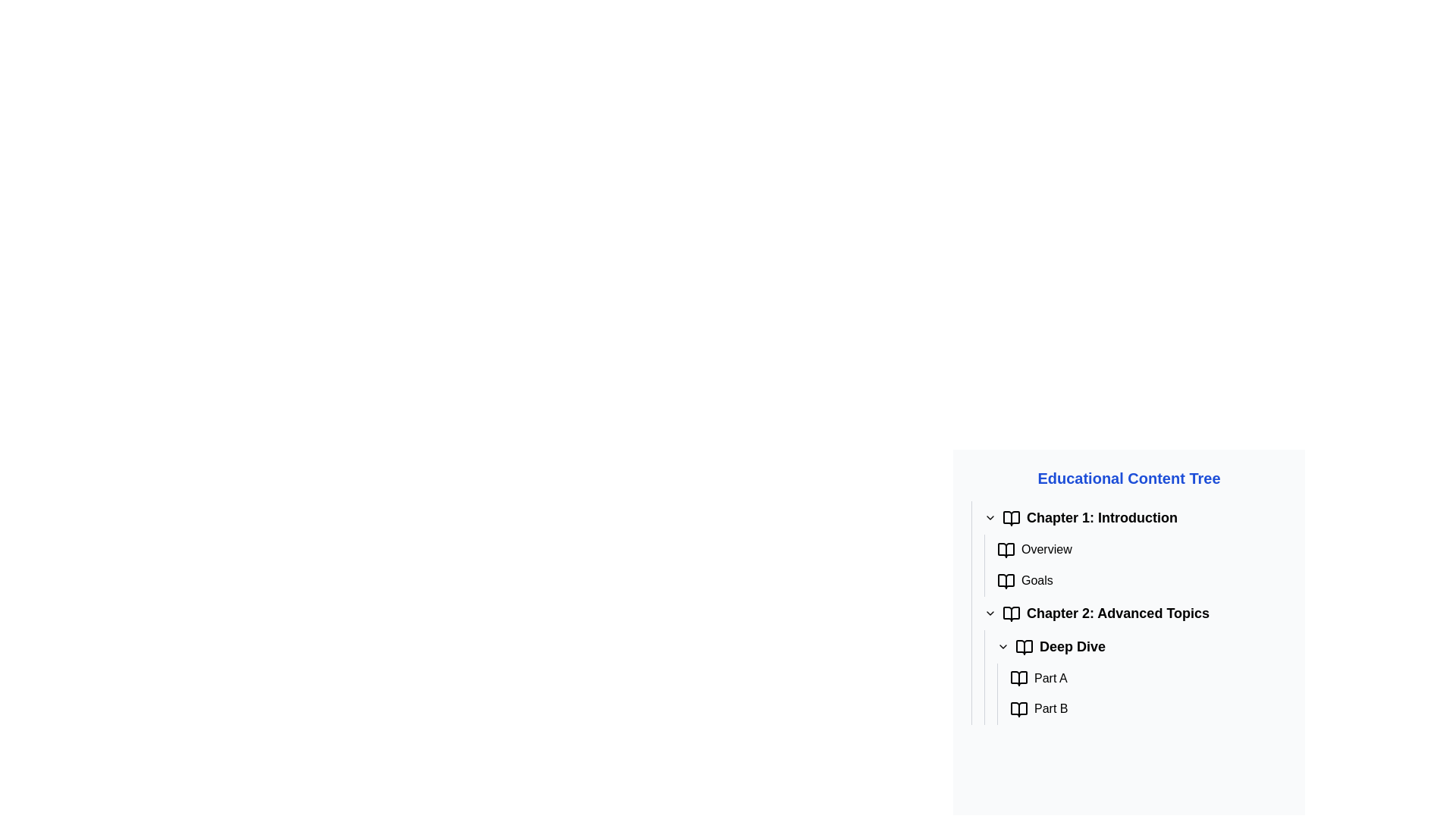 The image size is (1456, 819). I want to click on the section header labeled 'Chapter 1: Introduction' with an open book icon, so click(1135, 516).